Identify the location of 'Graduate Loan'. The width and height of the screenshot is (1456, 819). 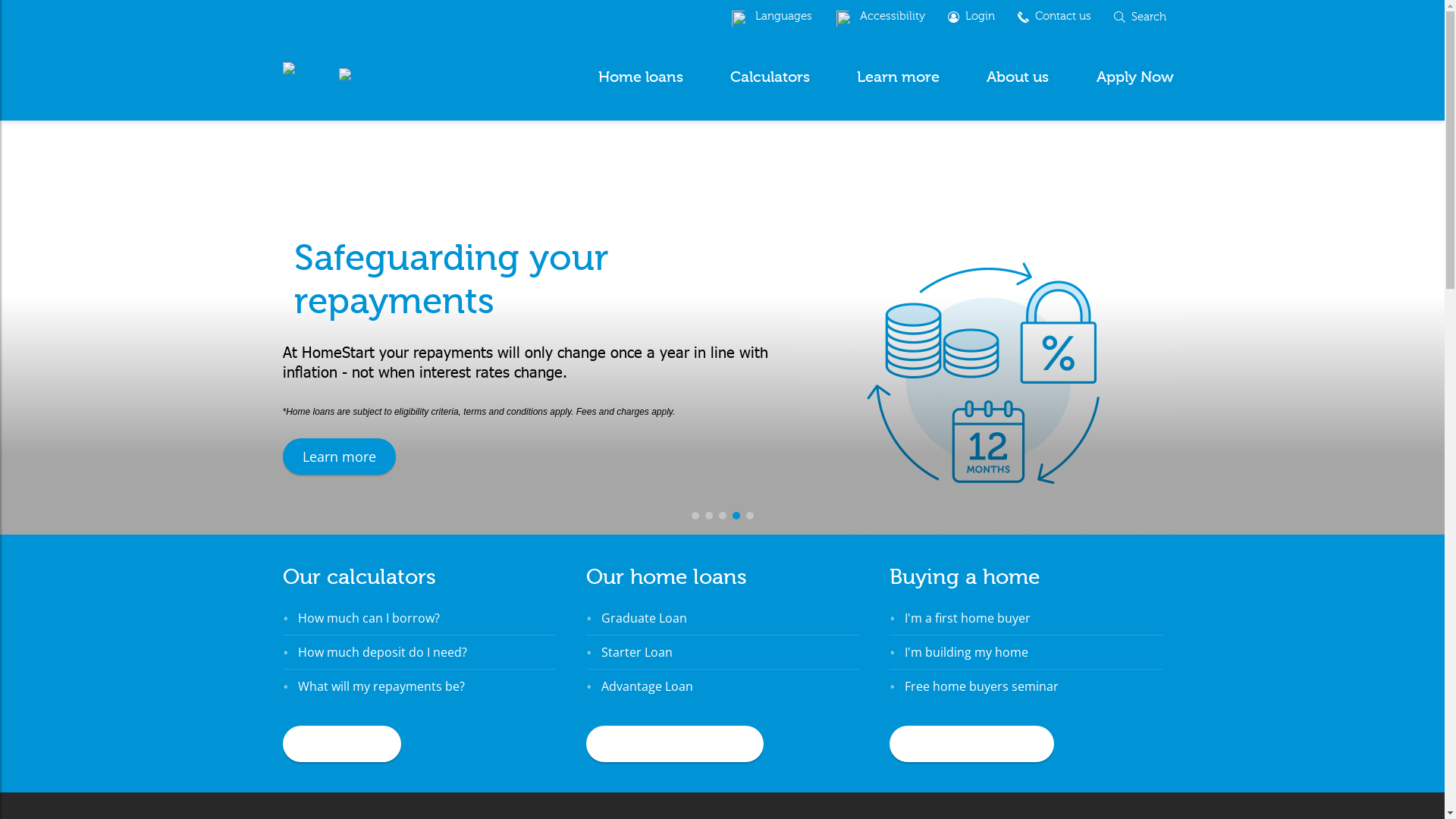
(643, 617).